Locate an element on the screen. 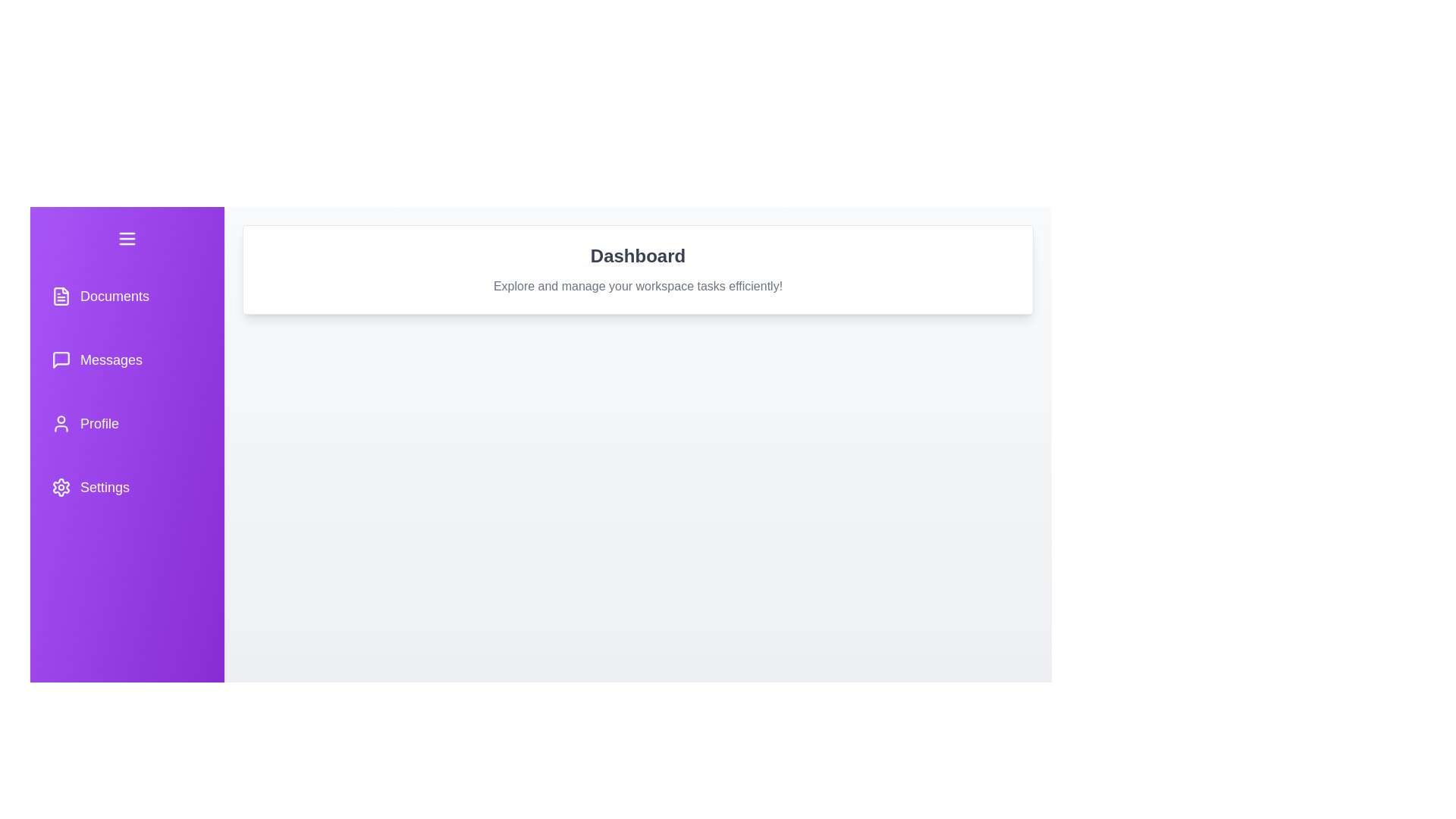 The image size is (1456, 819). the navigation button for Messages is located at coordinates (127, 359).